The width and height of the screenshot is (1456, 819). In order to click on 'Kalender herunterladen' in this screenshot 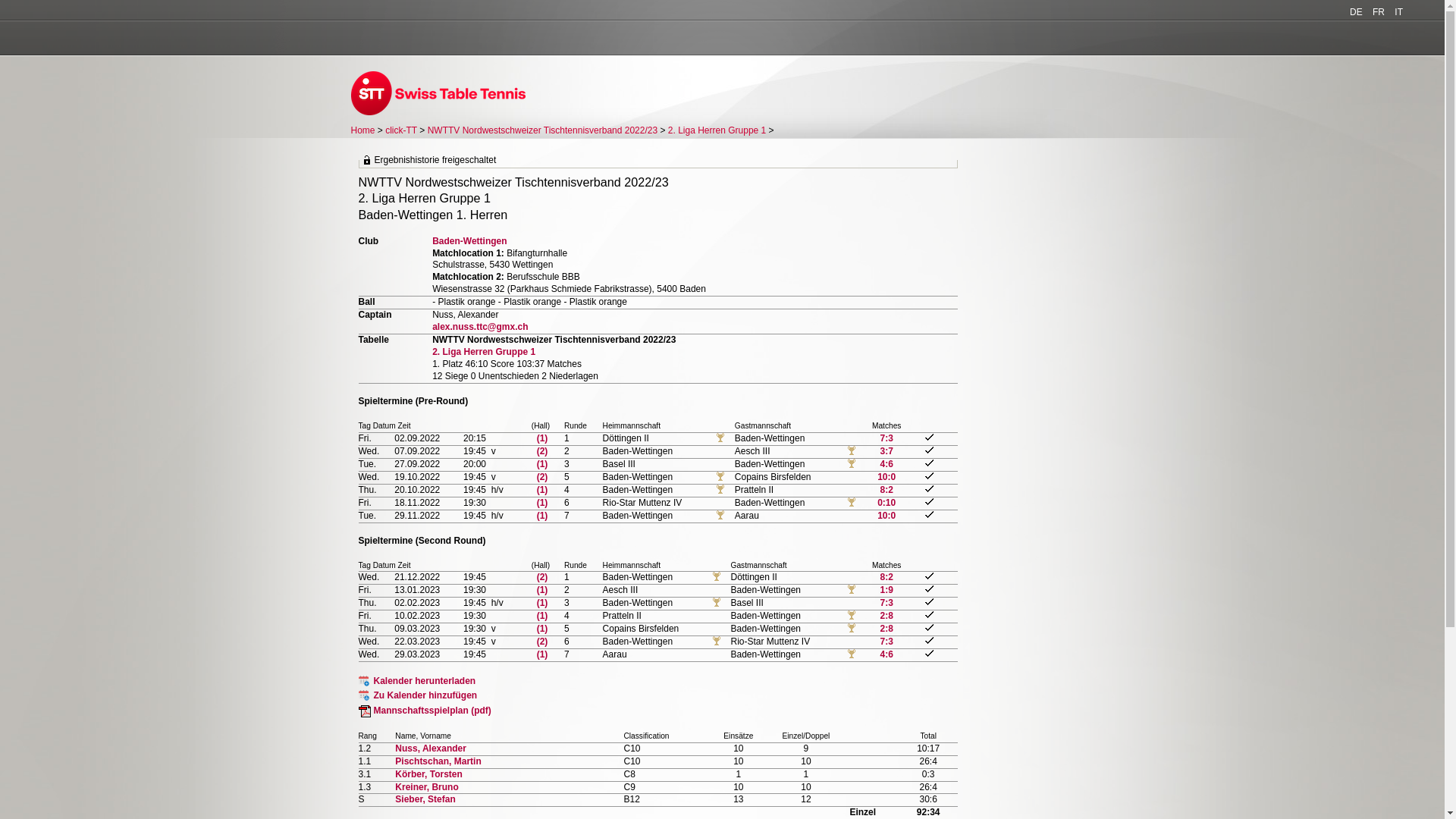, I will do `click(416, 680)`.